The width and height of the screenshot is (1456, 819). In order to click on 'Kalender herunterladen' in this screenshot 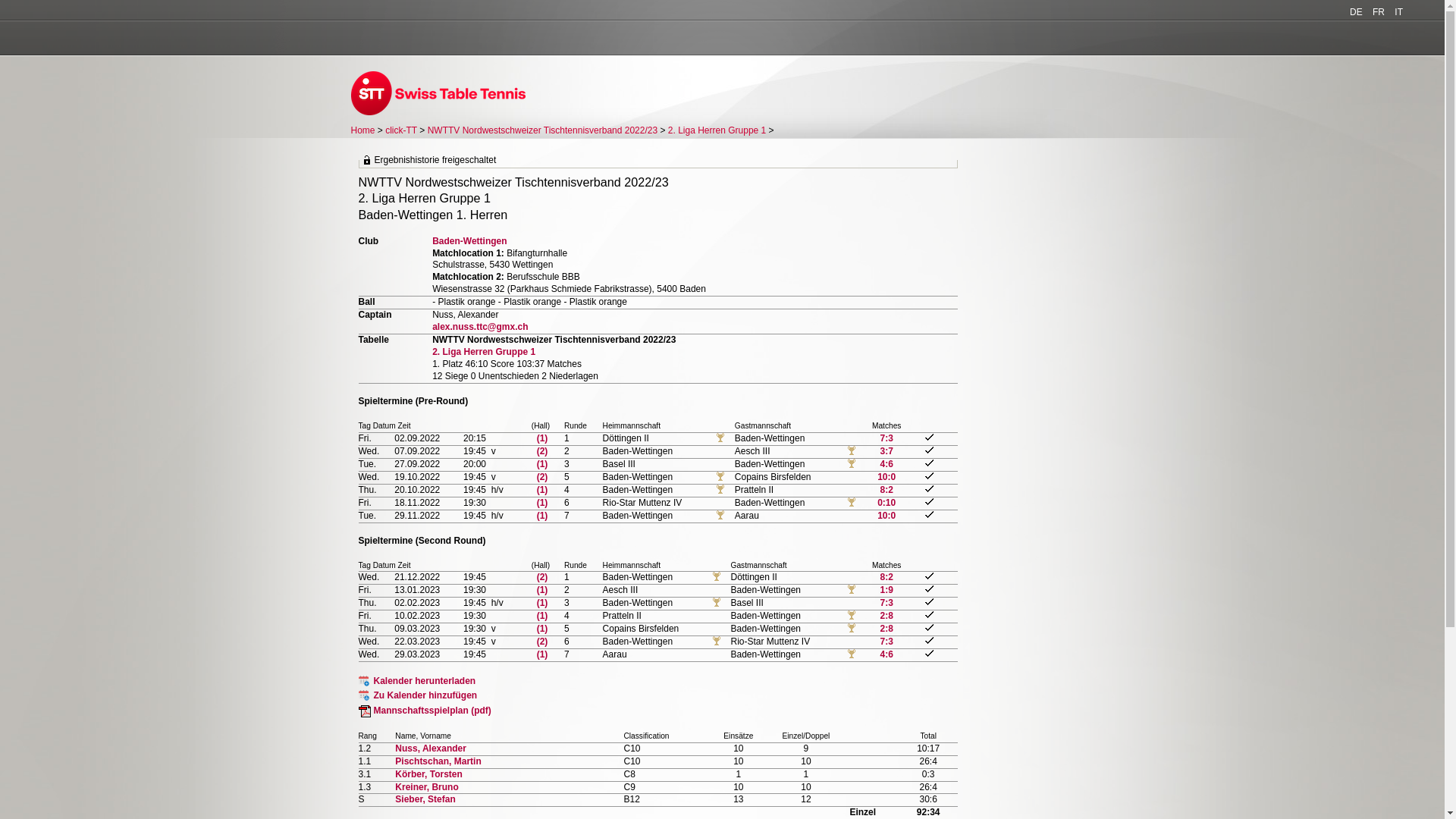, I will do `click(416, 680)`.